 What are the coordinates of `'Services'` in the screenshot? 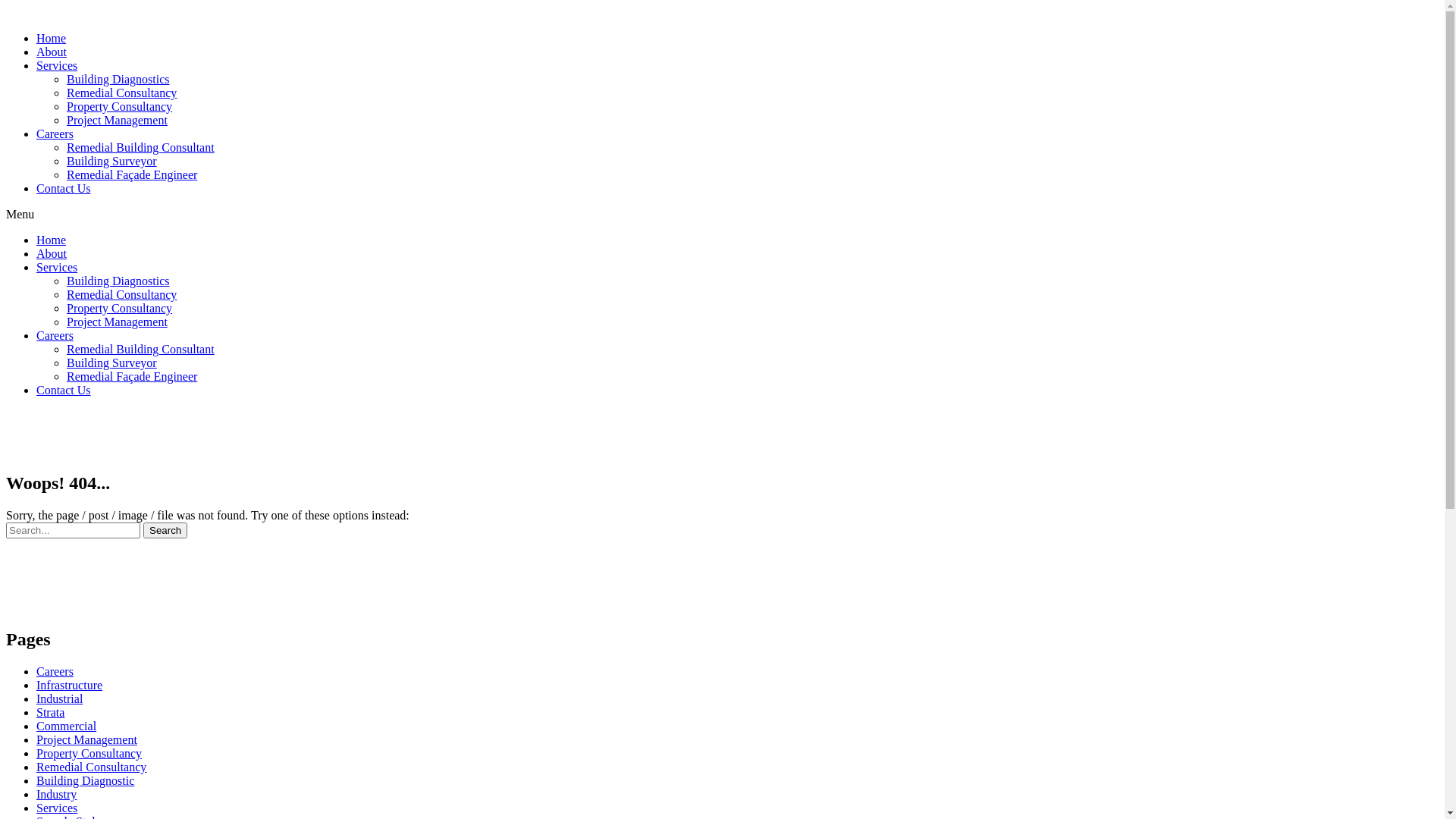 It's located at (57, 807).